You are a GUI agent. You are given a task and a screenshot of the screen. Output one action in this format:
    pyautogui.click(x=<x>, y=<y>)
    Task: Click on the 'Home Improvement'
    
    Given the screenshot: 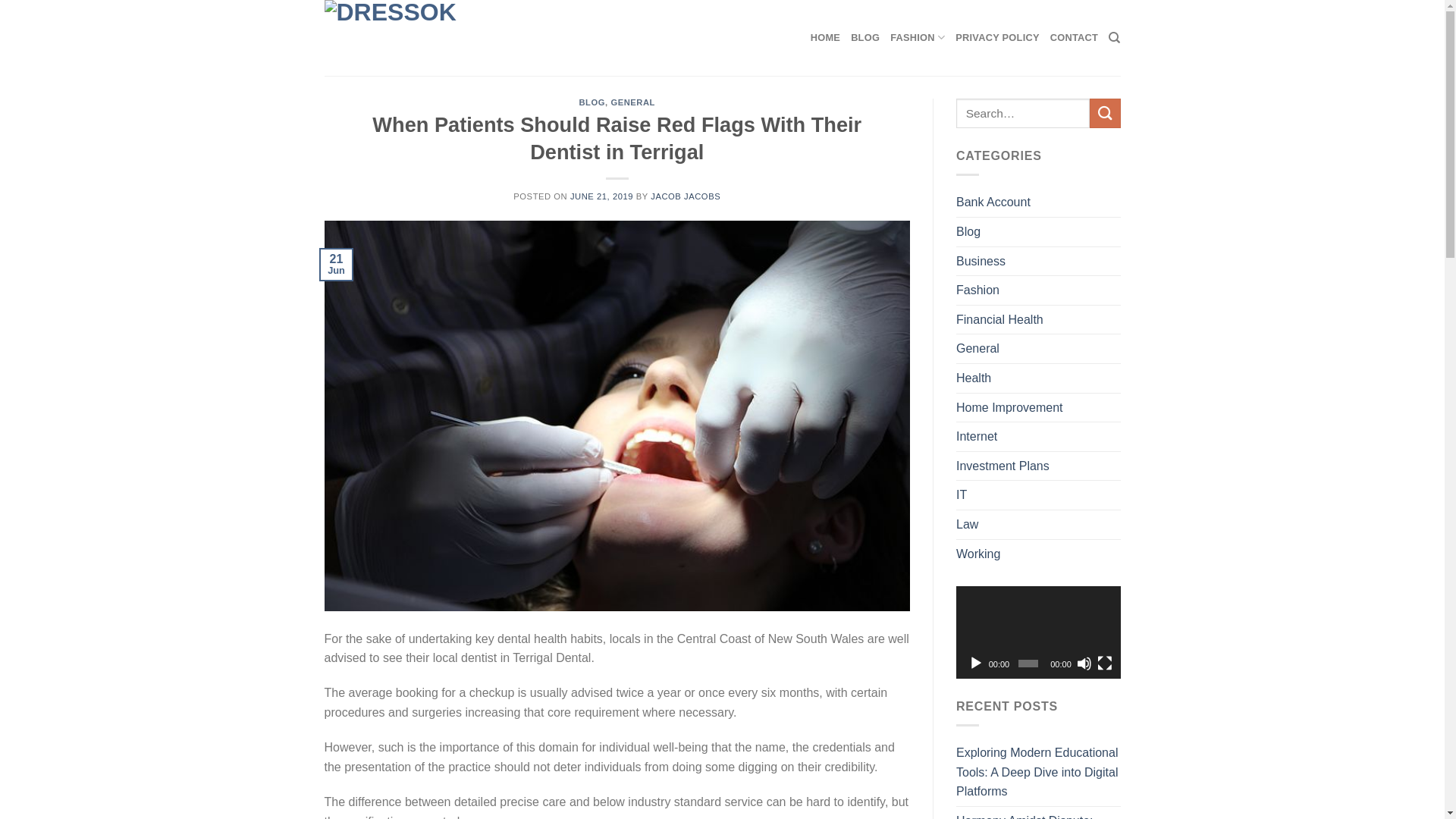 What is the action you would take?
    pyautogui.click(x=1009, y=406)
    